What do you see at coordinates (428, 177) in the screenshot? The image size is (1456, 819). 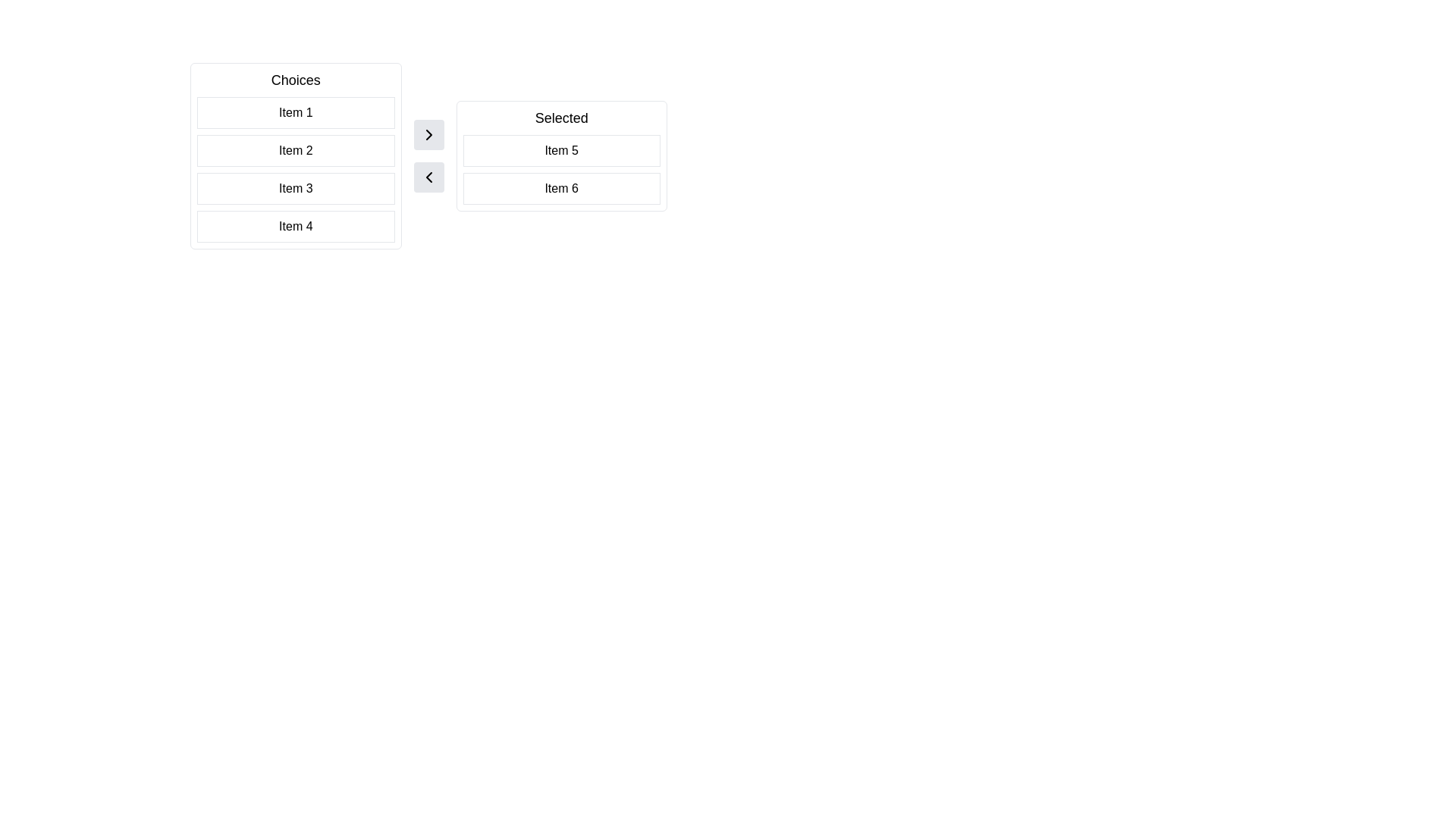 I see `the left-facing chevron icon within the navigation button` at bounding box center [428, 177].